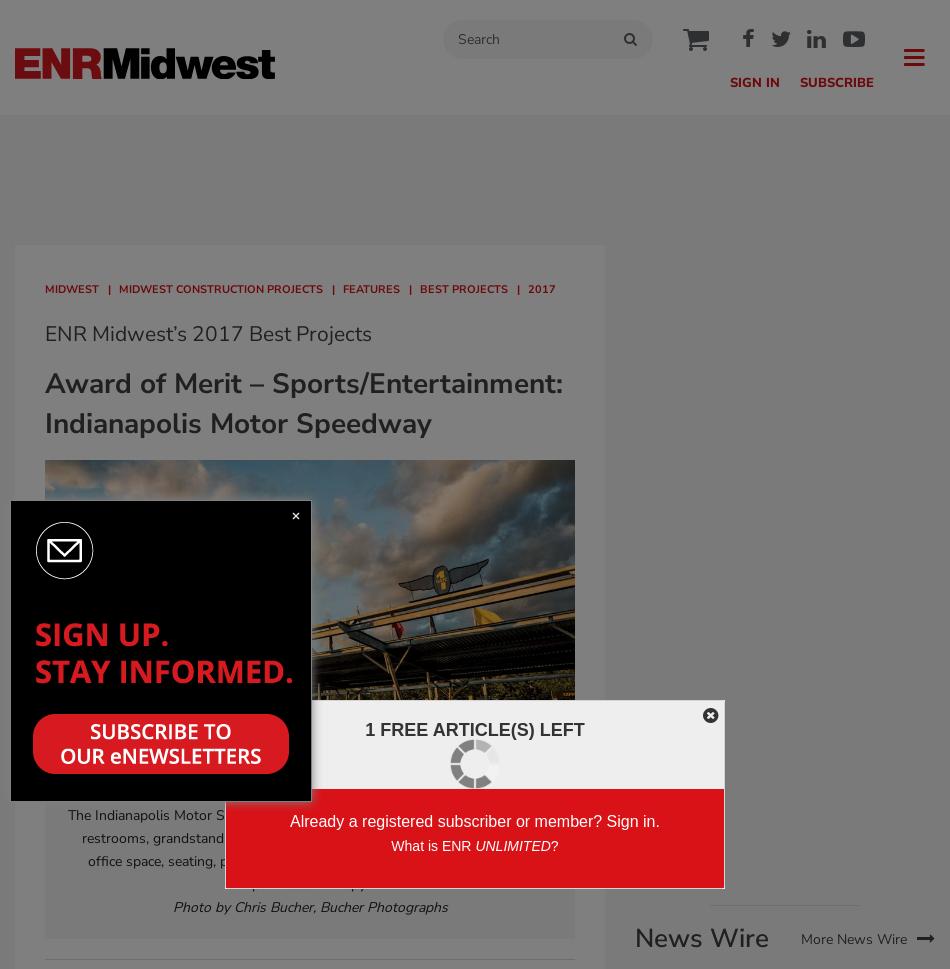 The image size is (950, 969). I want to click on '2017', so click(541, 289).